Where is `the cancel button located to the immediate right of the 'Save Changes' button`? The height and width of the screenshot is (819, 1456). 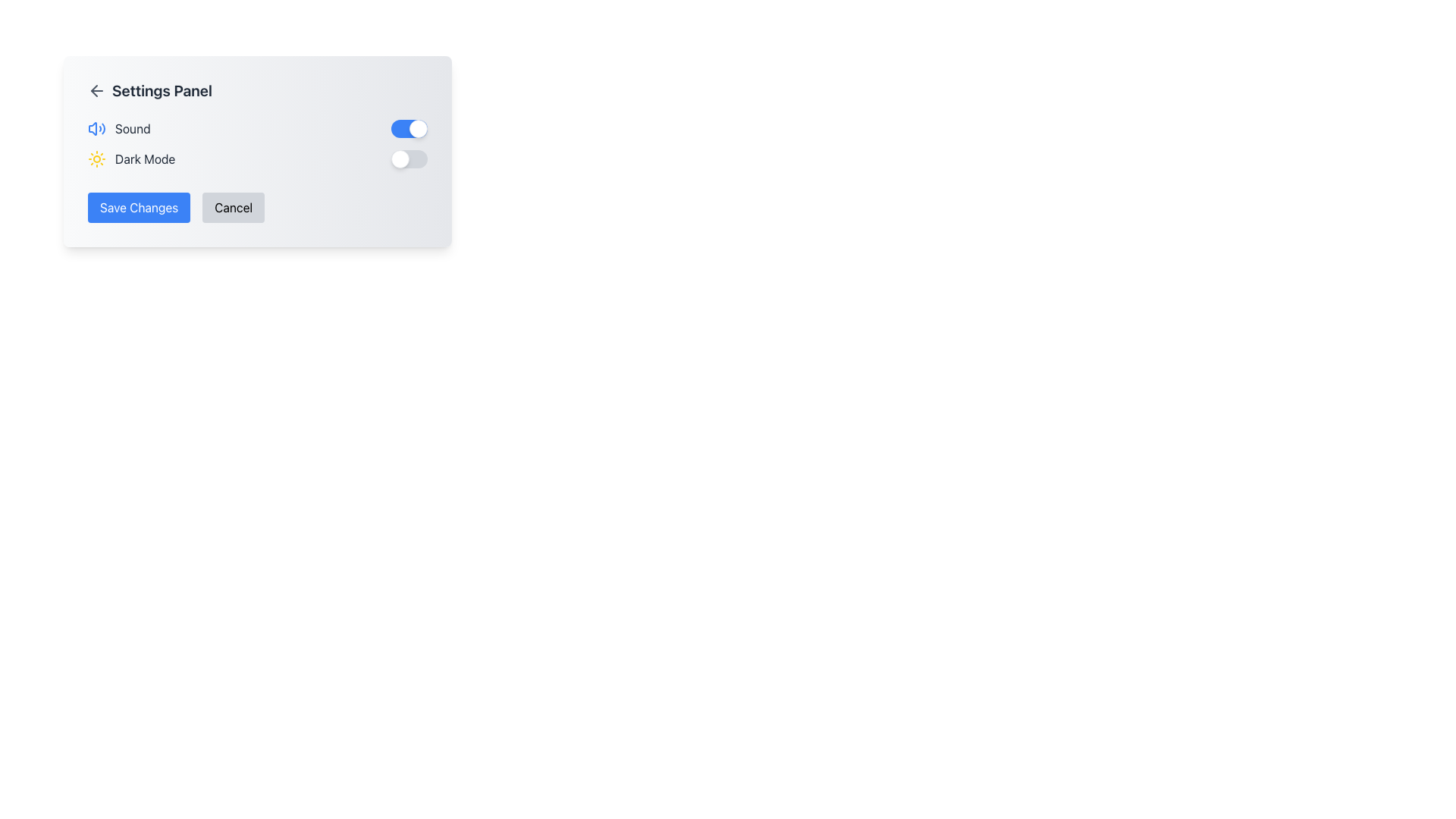 the cancel button located to the immediate right of the 'Save Changes' button is located at coordinates (232, 207).